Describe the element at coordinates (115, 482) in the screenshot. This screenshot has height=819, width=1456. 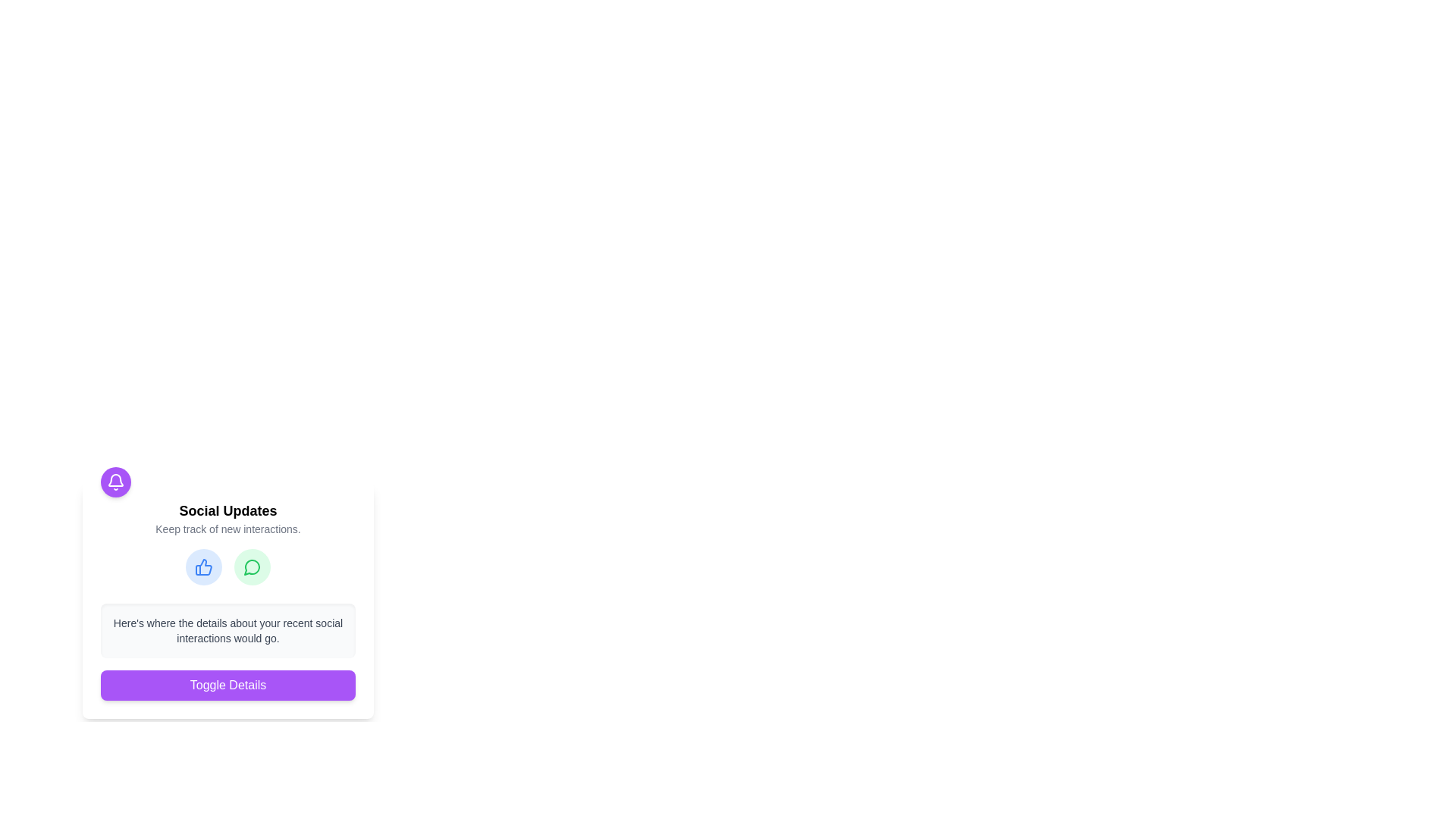
I see `the notification icon button located at the top-left position of the interface, above the title 'Social Updates', to interact with it` at that location.